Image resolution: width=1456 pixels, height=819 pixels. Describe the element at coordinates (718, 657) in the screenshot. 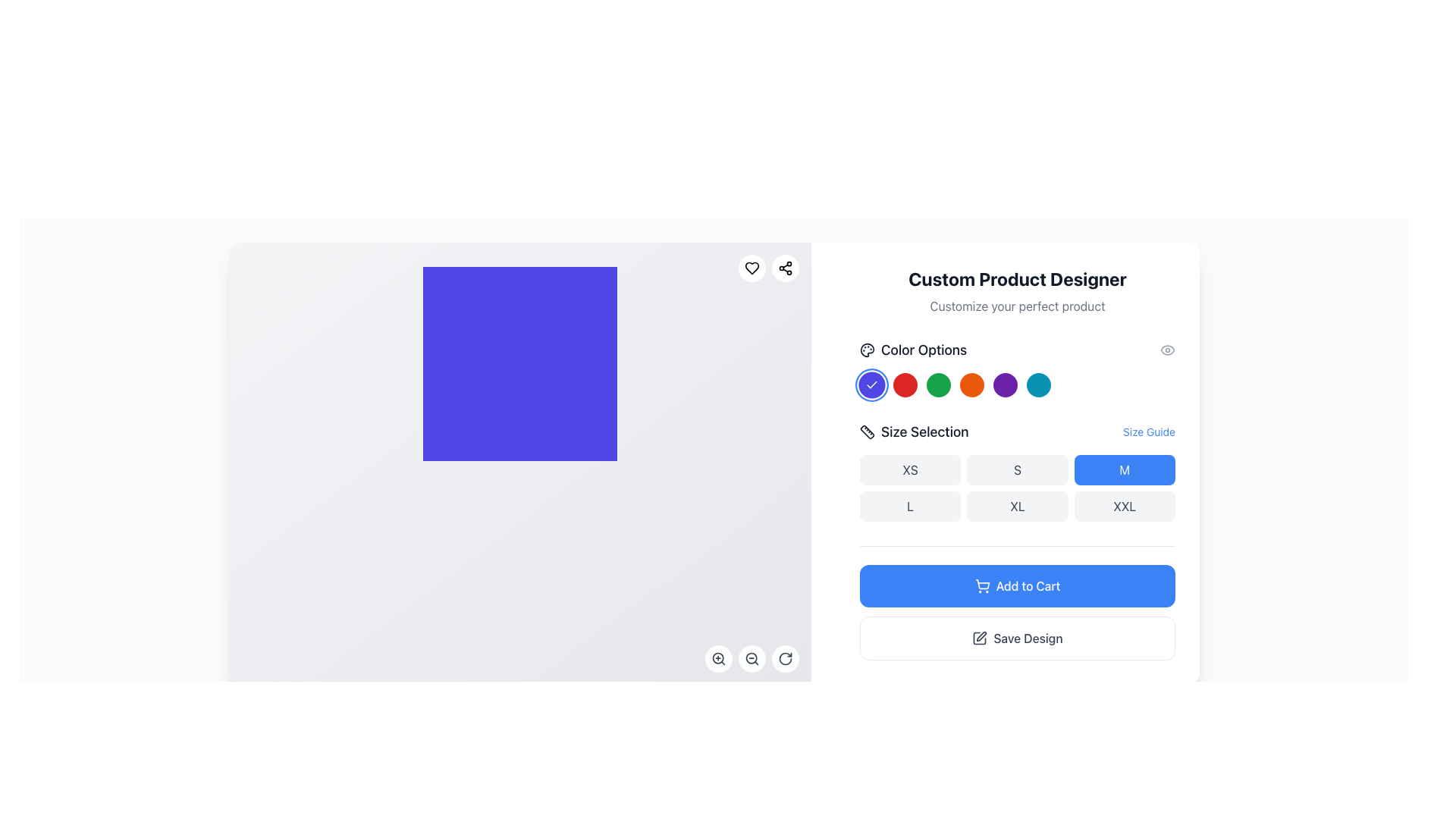

I see `the magnifying glass icon with a plus sign inside, located at the bottom-left corner of the interface, to zoom in` at that location.